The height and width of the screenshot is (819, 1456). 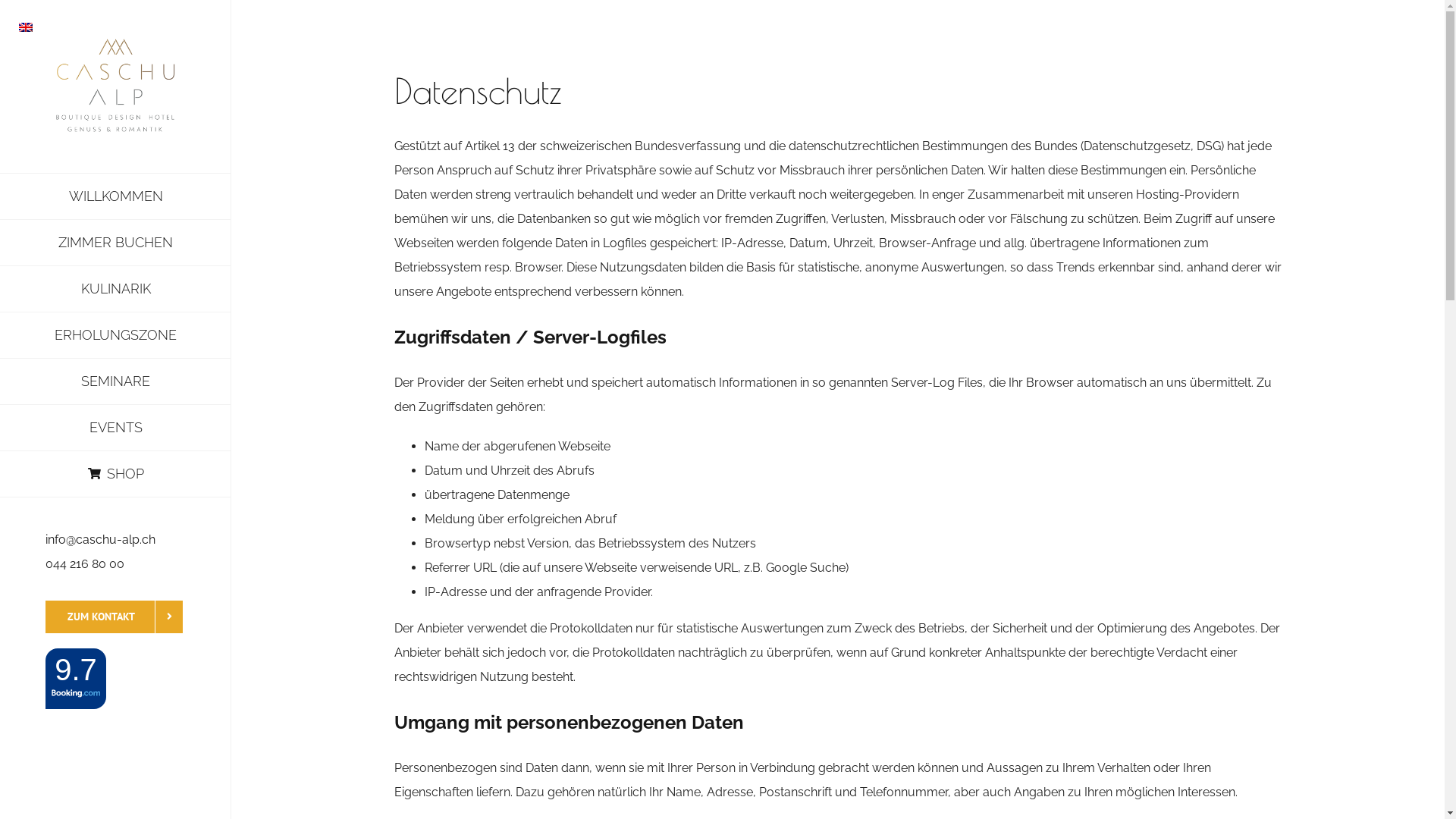 I want to click on 'ZIMMER BUCHEN', so click(x=115, y=242).